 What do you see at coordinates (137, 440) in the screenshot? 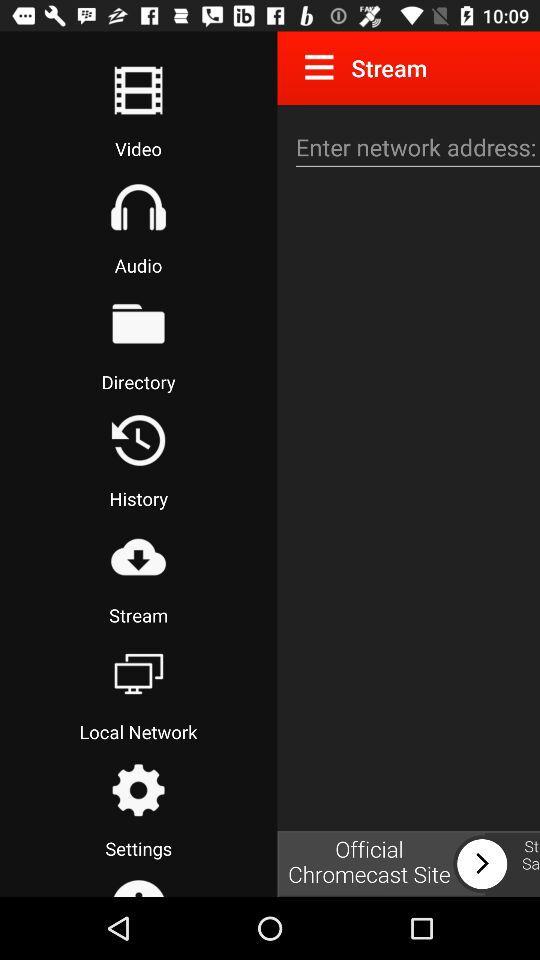
I see `go back` at bounding box center [137, 440].